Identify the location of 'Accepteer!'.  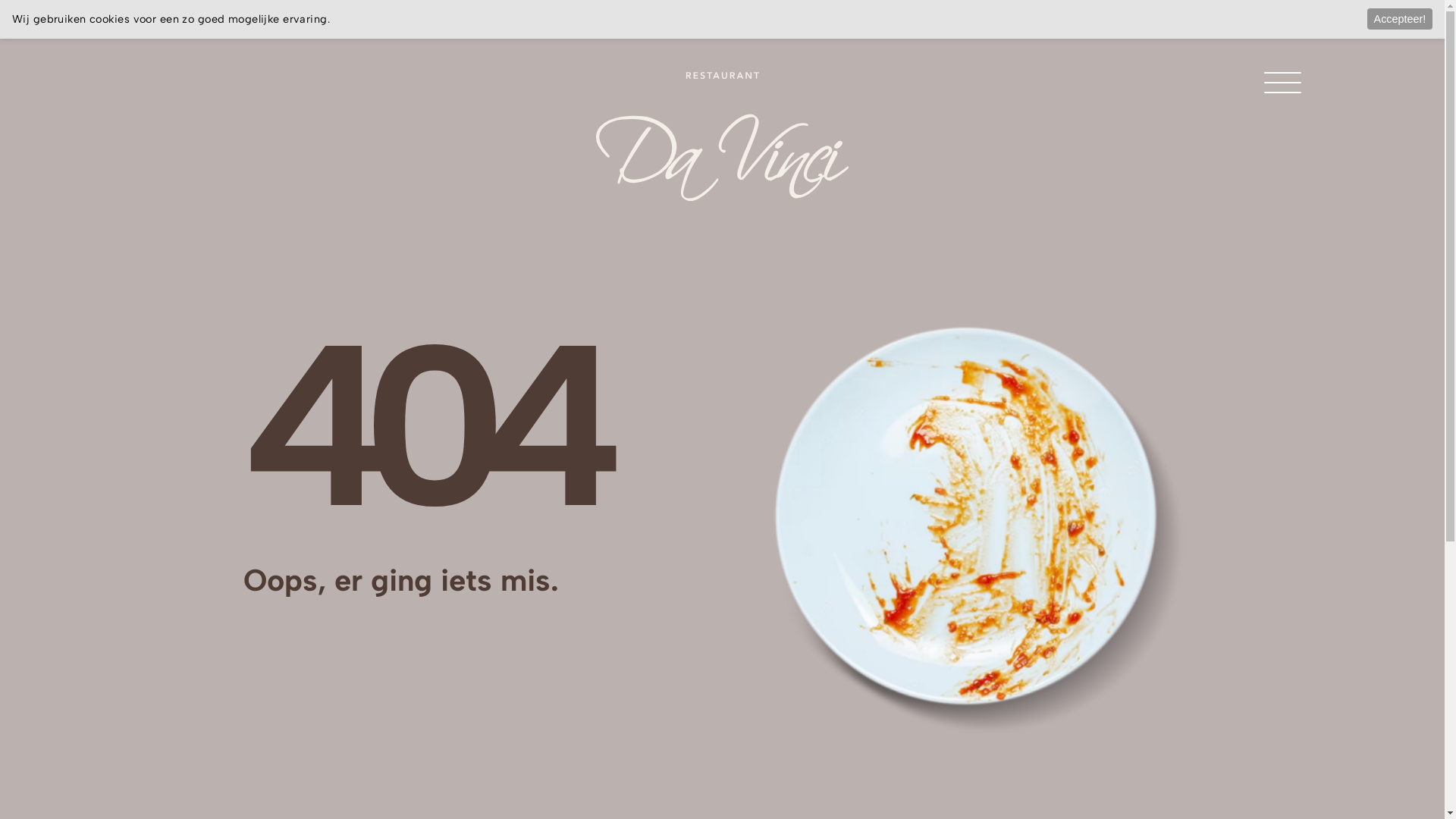
(1367, 18).